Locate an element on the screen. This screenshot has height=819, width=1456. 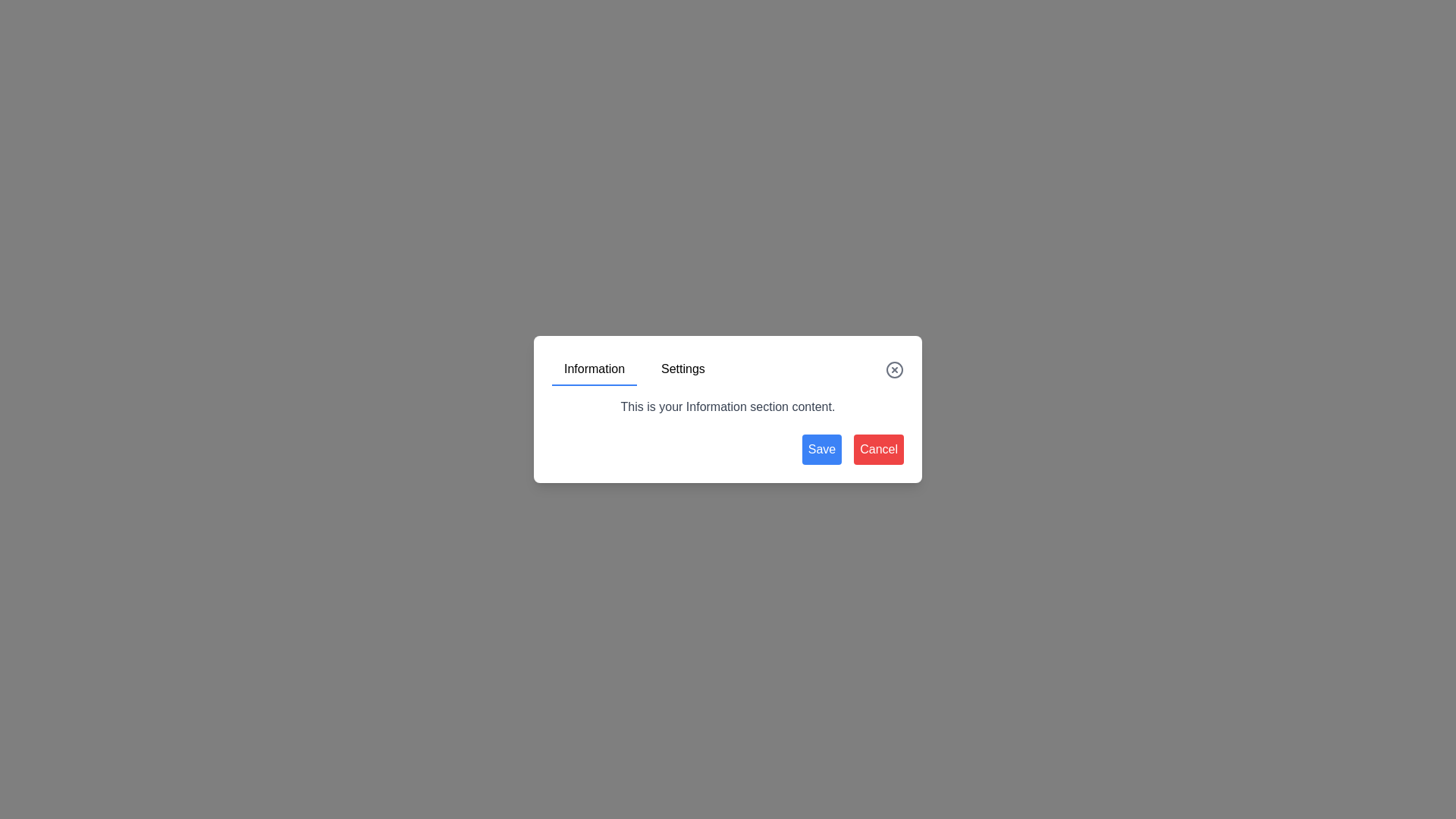
the decorative circle element in the top-right corner of the modal window that indicates a close action is located at coordinates (895, 370).